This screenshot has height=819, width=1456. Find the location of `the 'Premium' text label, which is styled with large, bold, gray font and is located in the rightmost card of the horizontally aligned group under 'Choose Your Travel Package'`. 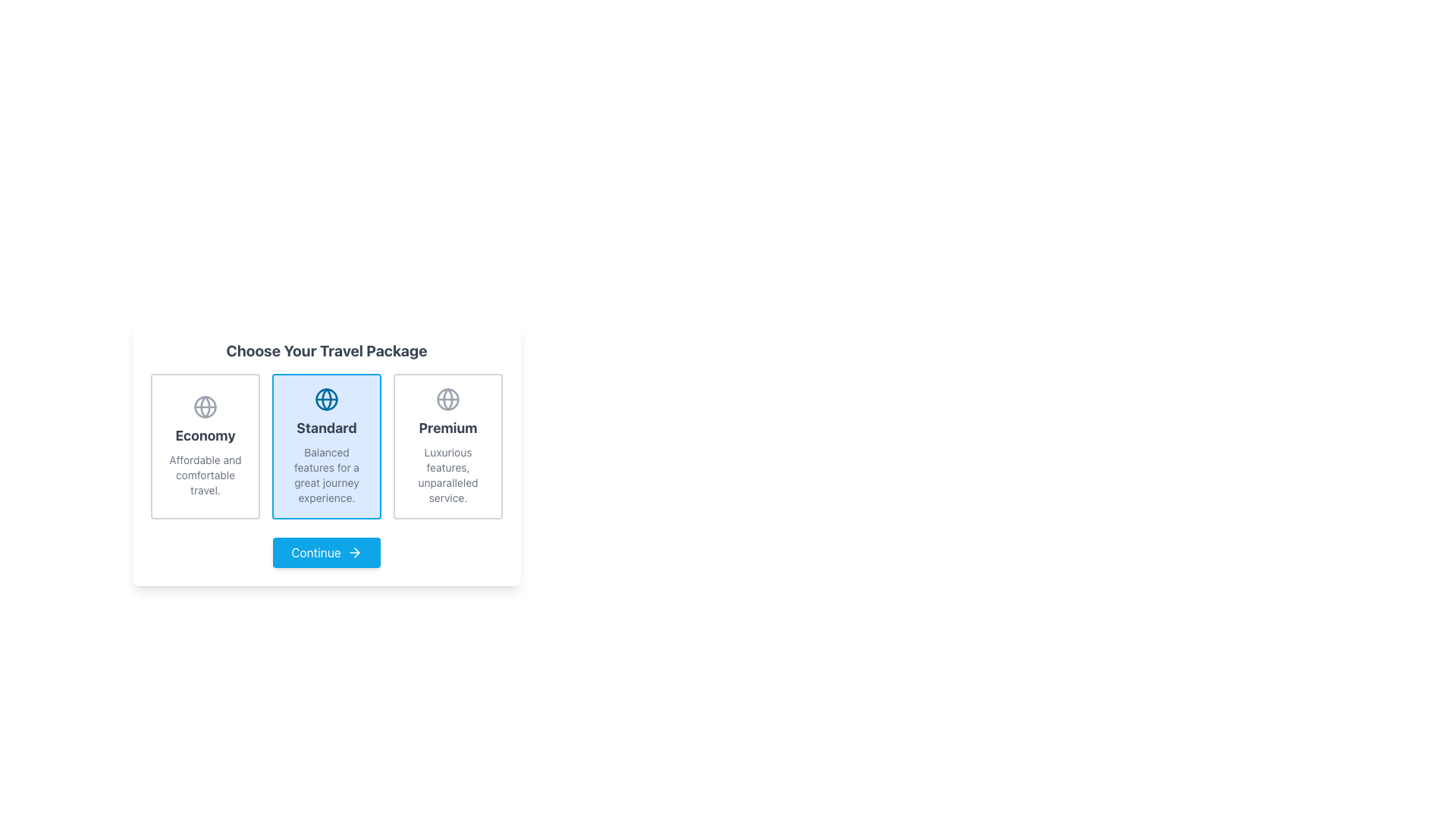

the 'Premium' text label, which is styled with large, bold, gray font and is located in the rightmost card of the horizontally aligned group under 'Choose Your Travel Package' is located at coordinates (447, 428).